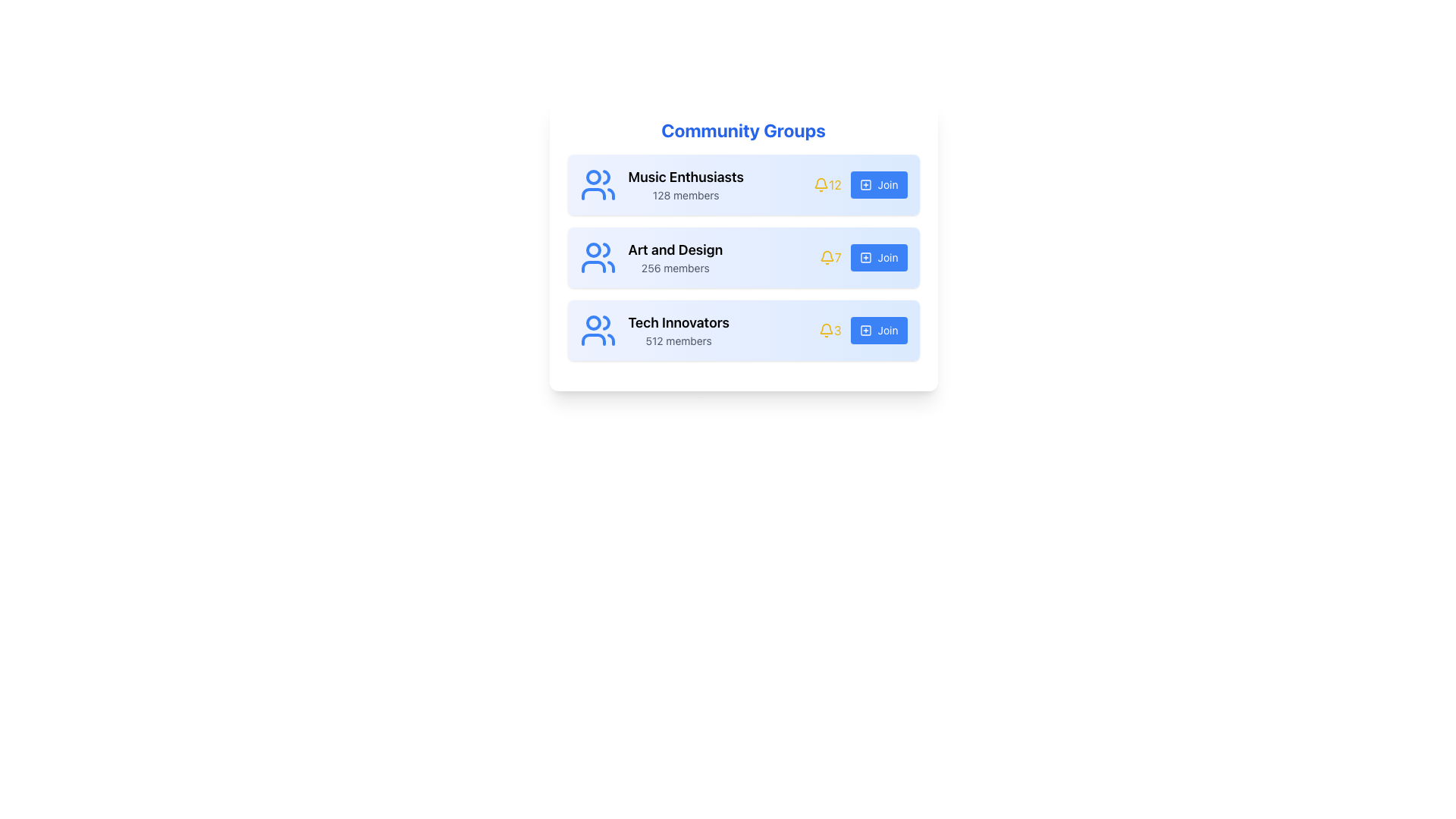 This screenshot has height=819, width=1456. I want to click on the decorative icon representing the 'Music Enthusiasts' group located in the top-left corner of its segment to enhance visual association with the community category, so click(597, 184).